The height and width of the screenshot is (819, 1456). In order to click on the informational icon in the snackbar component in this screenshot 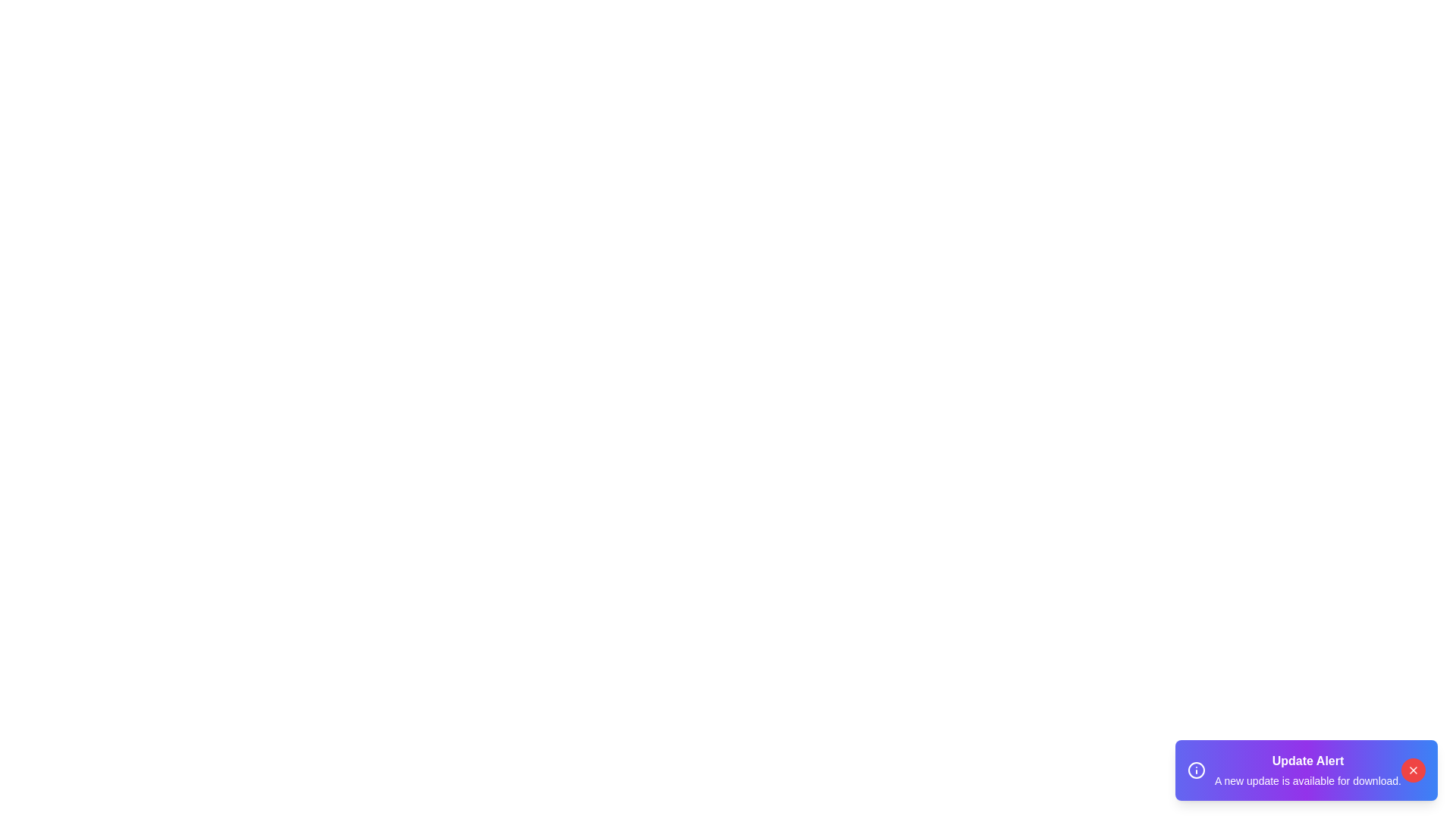, I will do `click(1196, 770)`.